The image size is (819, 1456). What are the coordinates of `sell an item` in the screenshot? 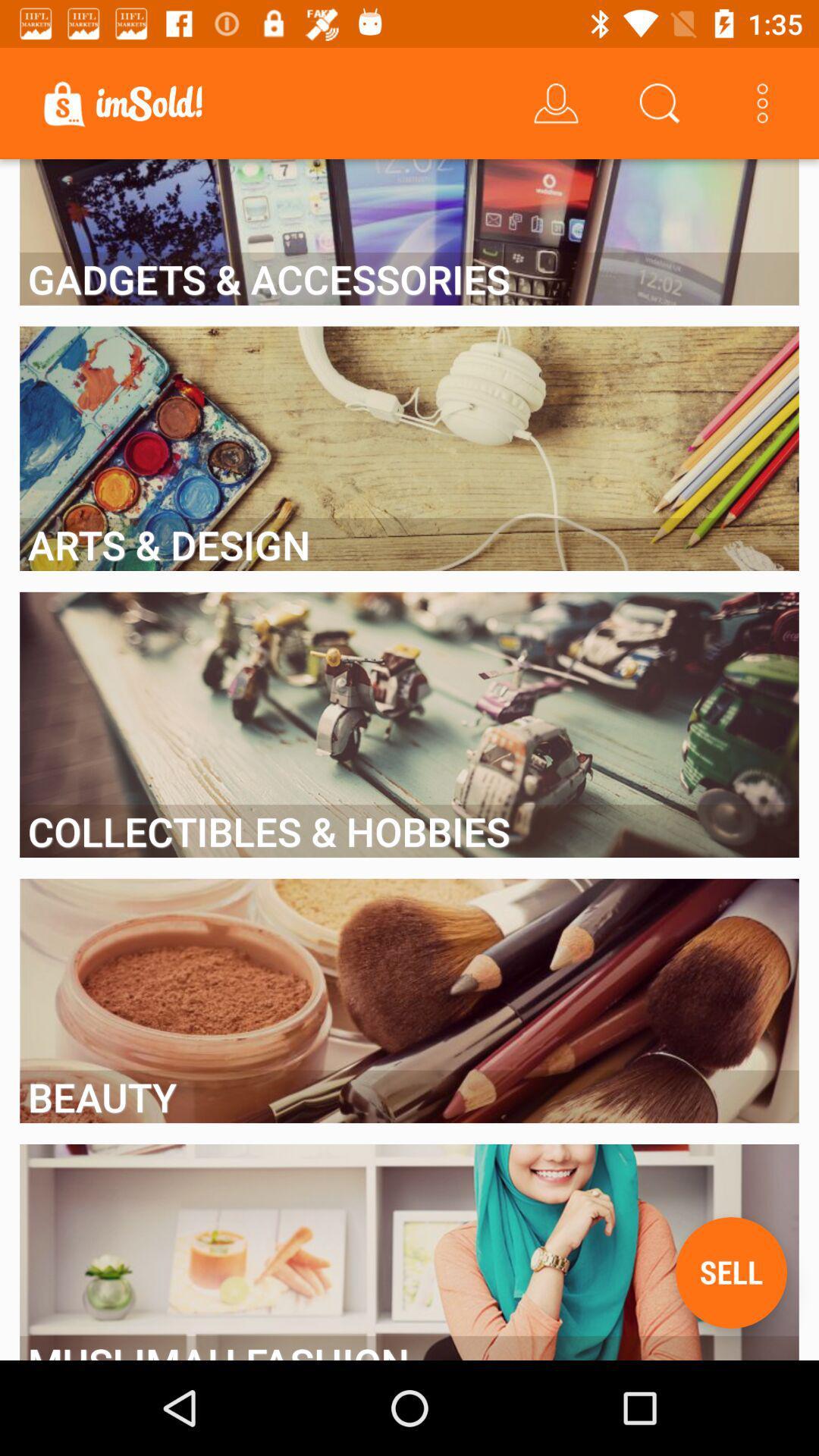 It's located at (730, 1272).